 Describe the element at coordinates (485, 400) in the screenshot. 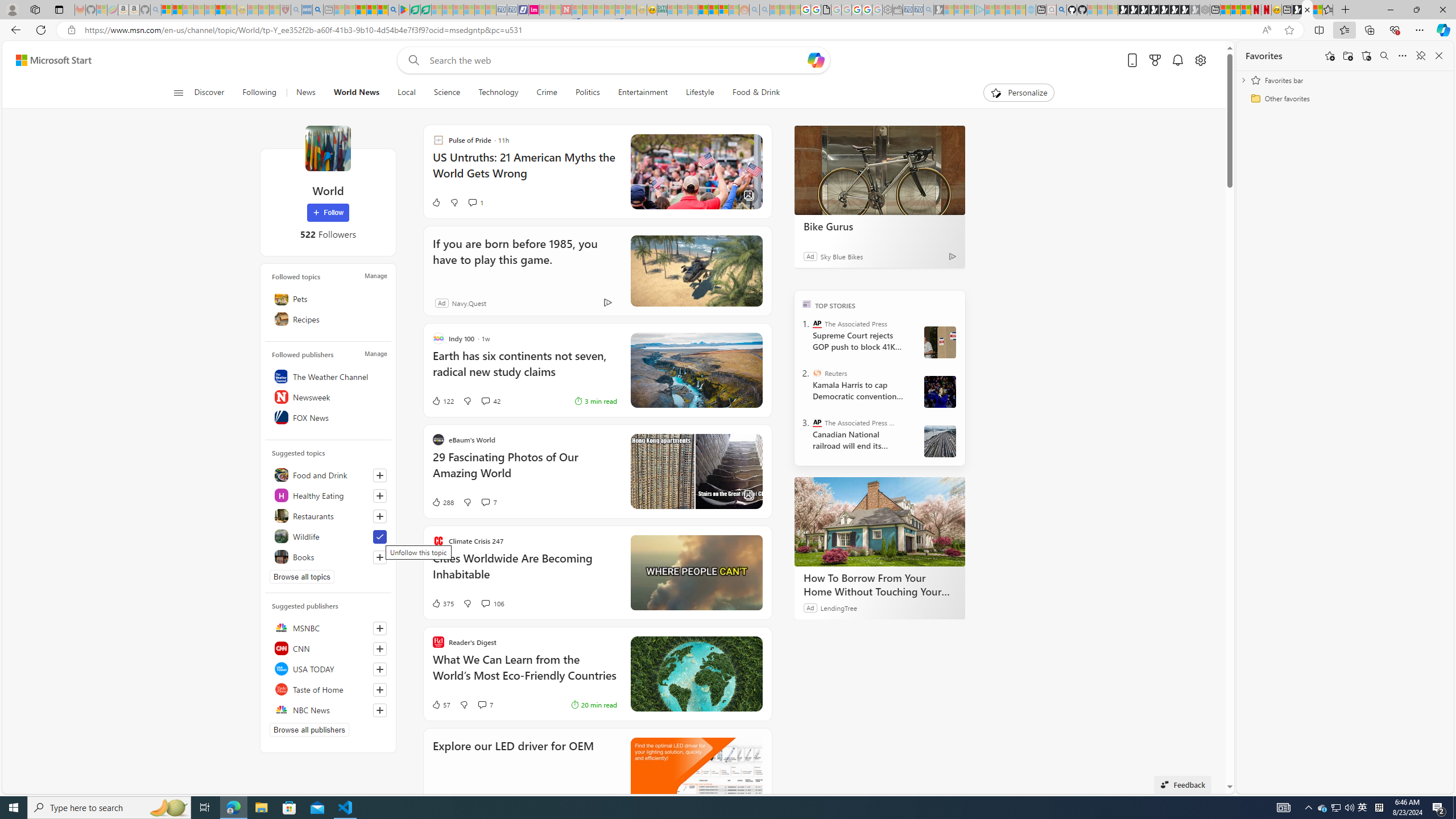

I see `'View comments 42 Comment'` at that location.